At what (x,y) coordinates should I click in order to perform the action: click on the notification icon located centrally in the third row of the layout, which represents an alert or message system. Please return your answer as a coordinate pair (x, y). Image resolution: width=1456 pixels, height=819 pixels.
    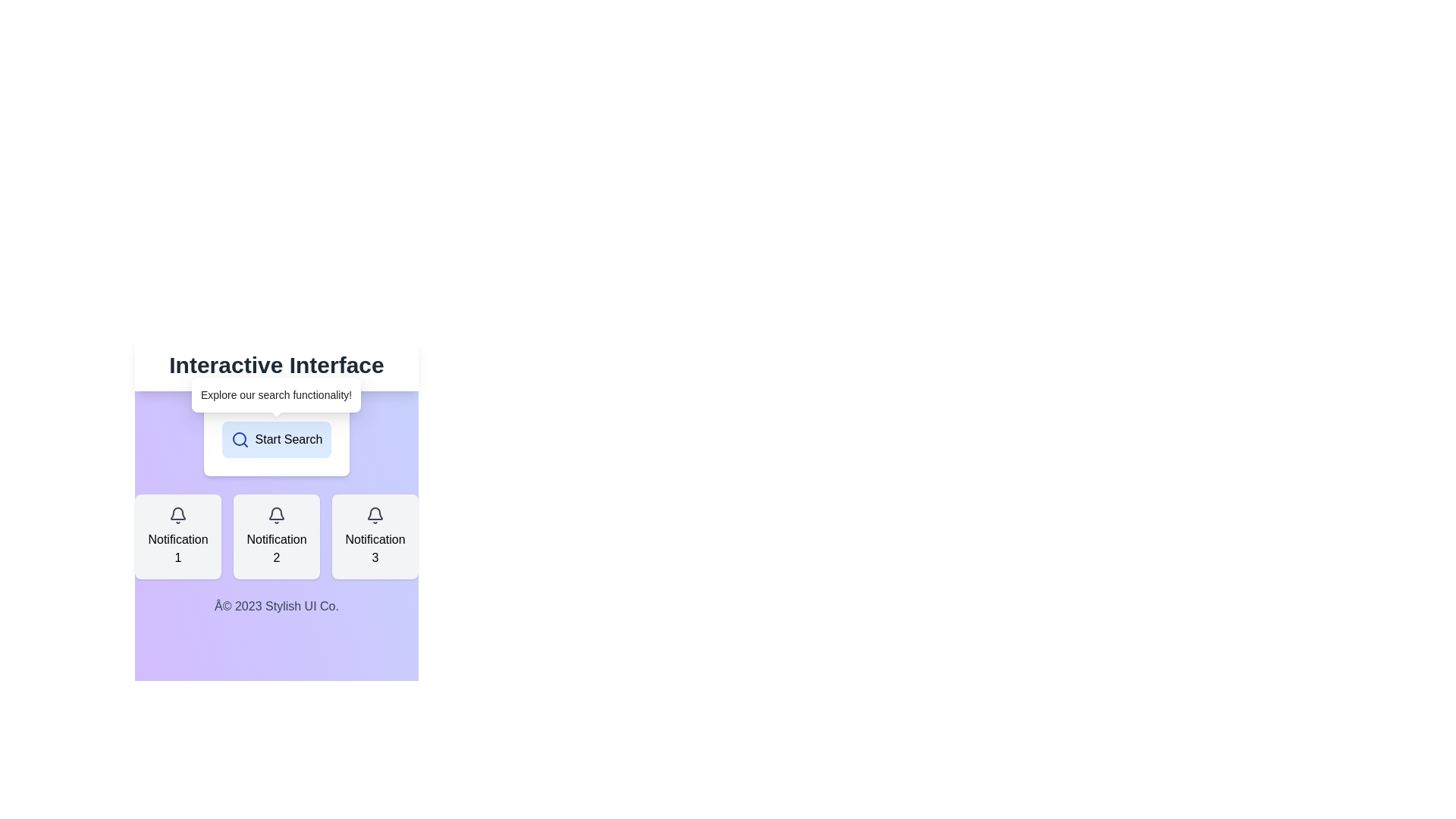
    Looking at the image, I should click on (375, 514).